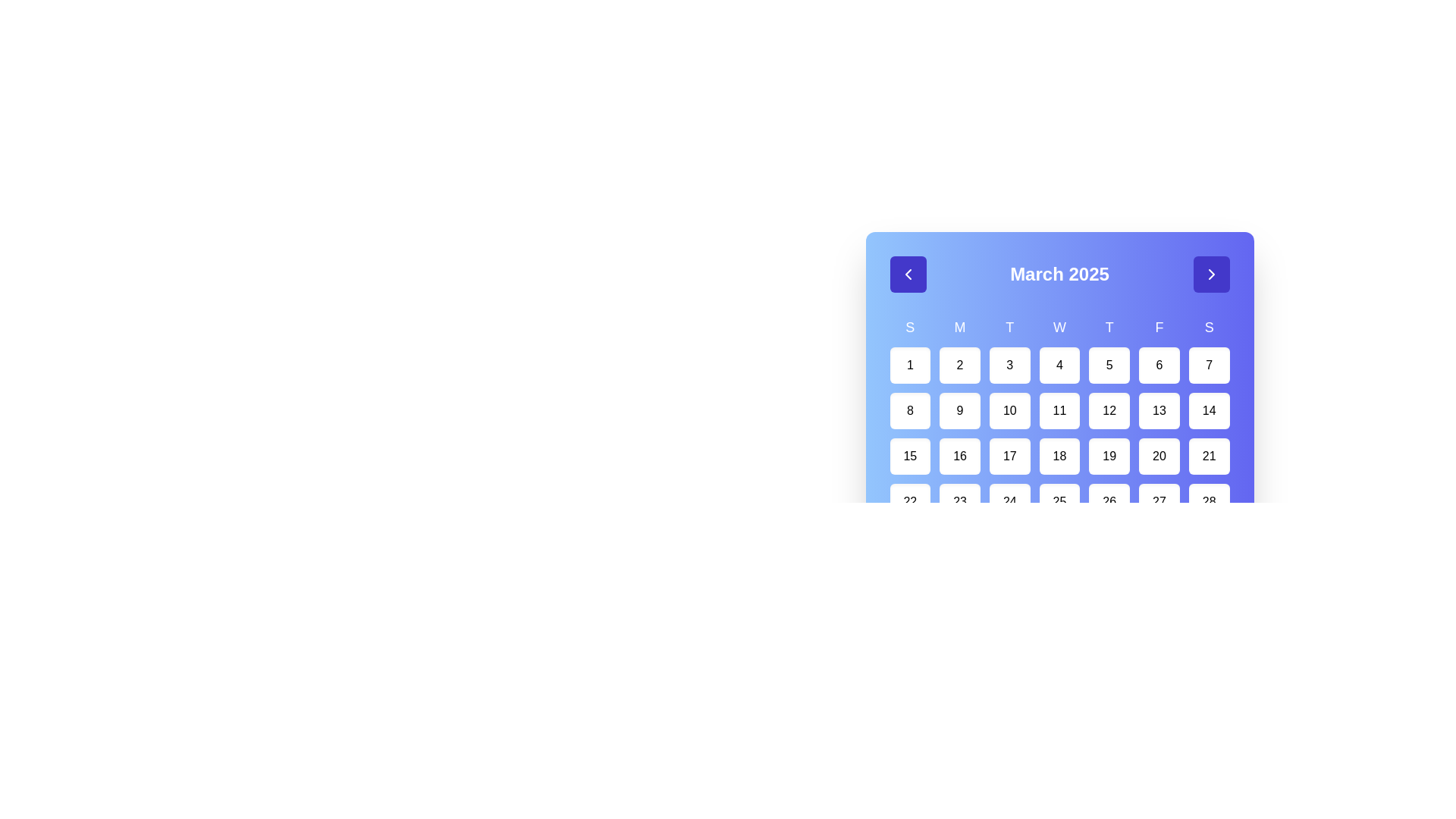 The height and width of the screenshot is (819, 1456). I want to click on the button representing the 22nd day of the month, so click(910, 502).